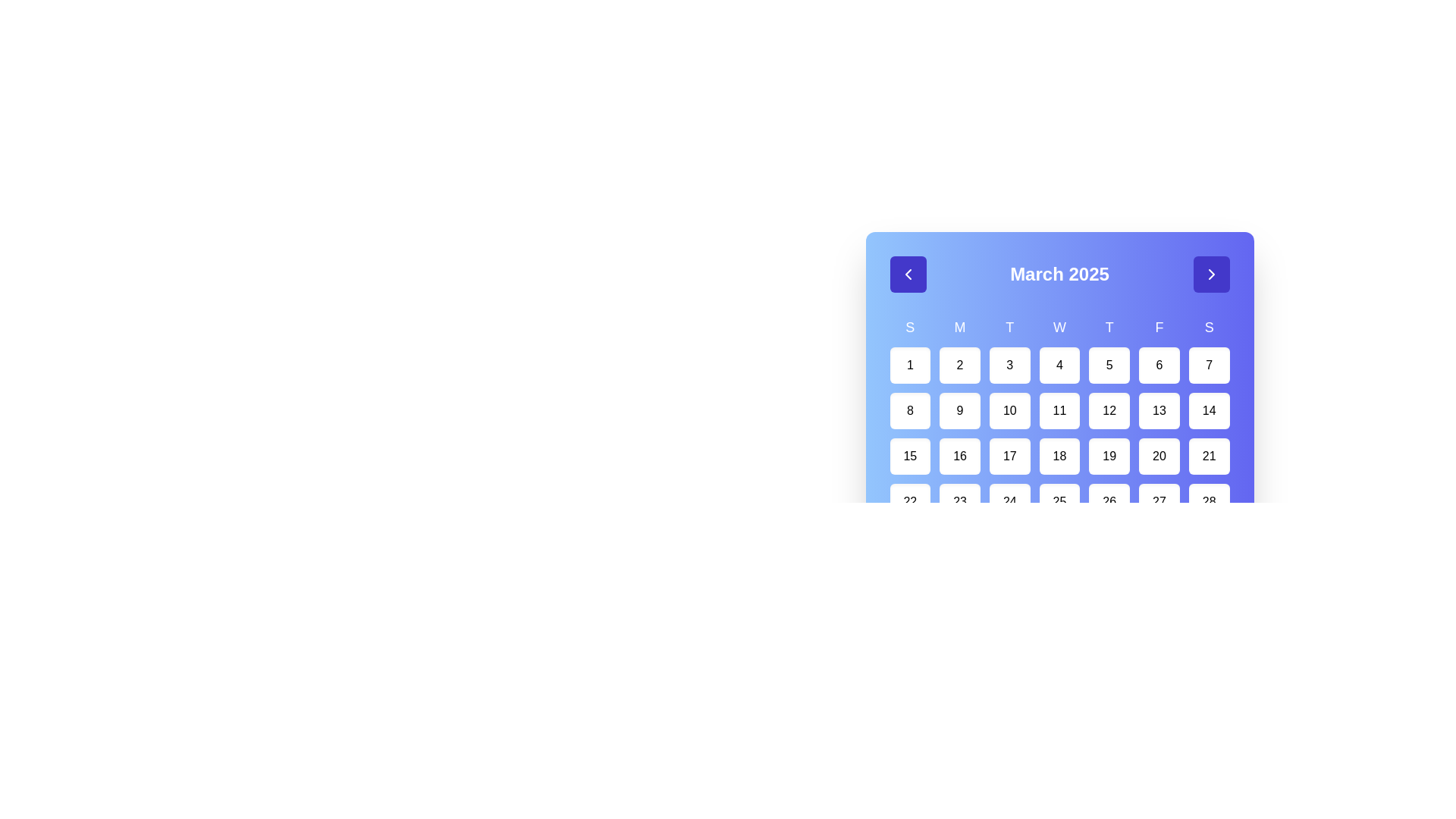 The height and width of the screenshot is (819, 1456). I want to click on the button representing the 22nd day of the month, so click(910, 502).